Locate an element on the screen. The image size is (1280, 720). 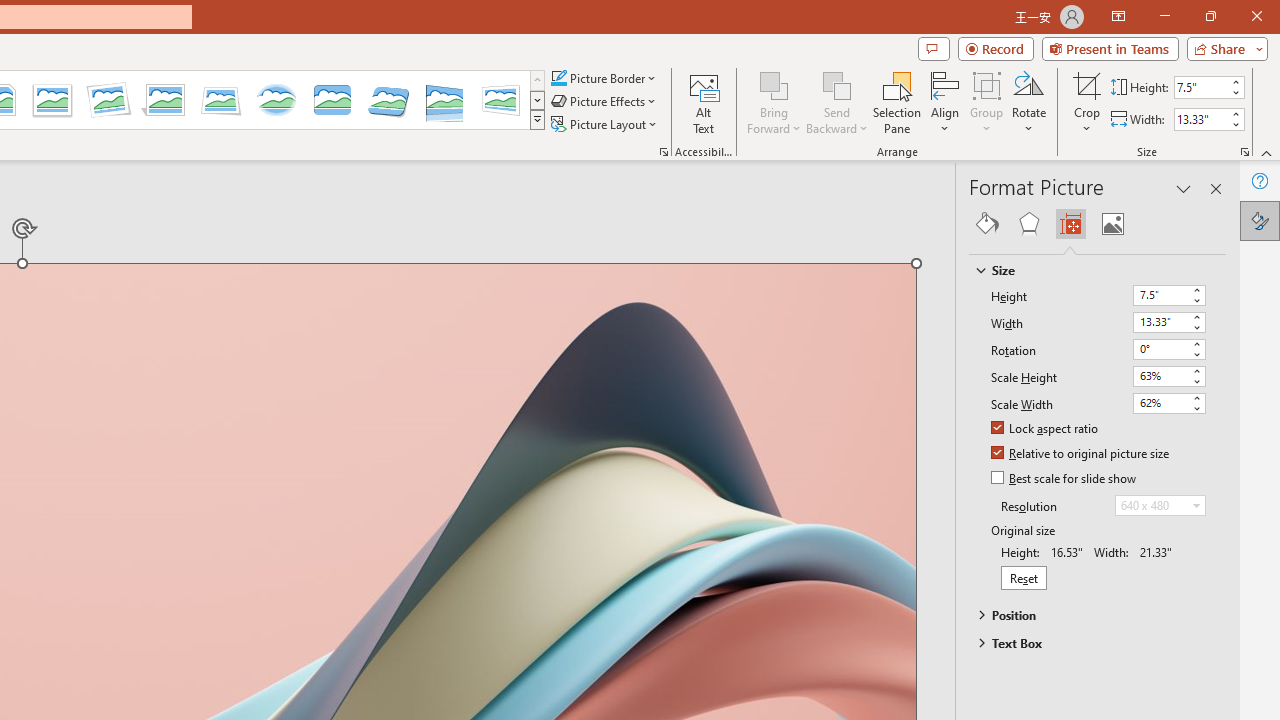
'Rotation' is located at coordinates (1169, 348).